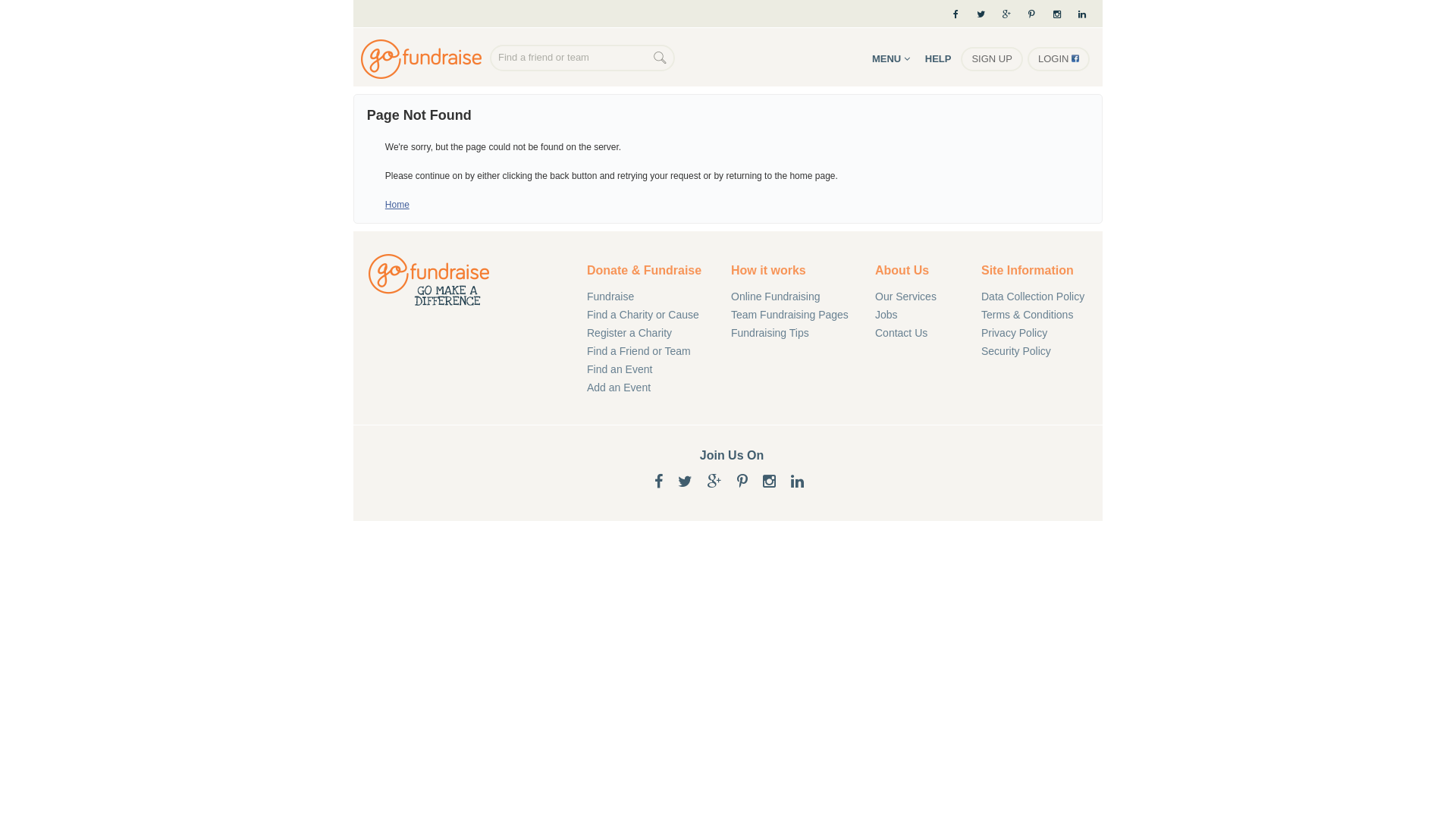  Describe the element at coordinates (648, 314) in the screenshot. I see `'Find a Charity or Cause'` at that location.